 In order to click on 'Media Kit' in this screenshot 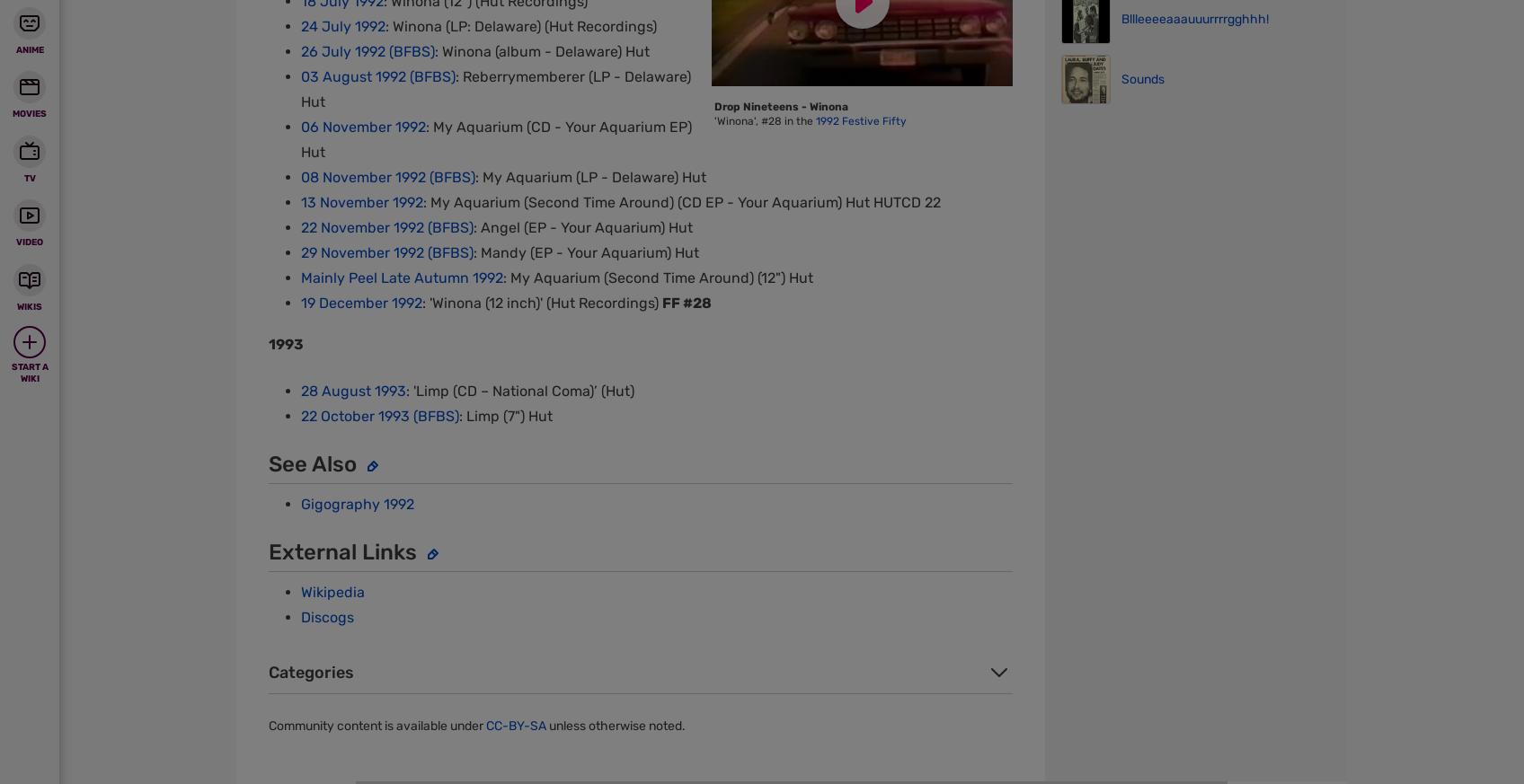, I will do `click(826, 94)`.